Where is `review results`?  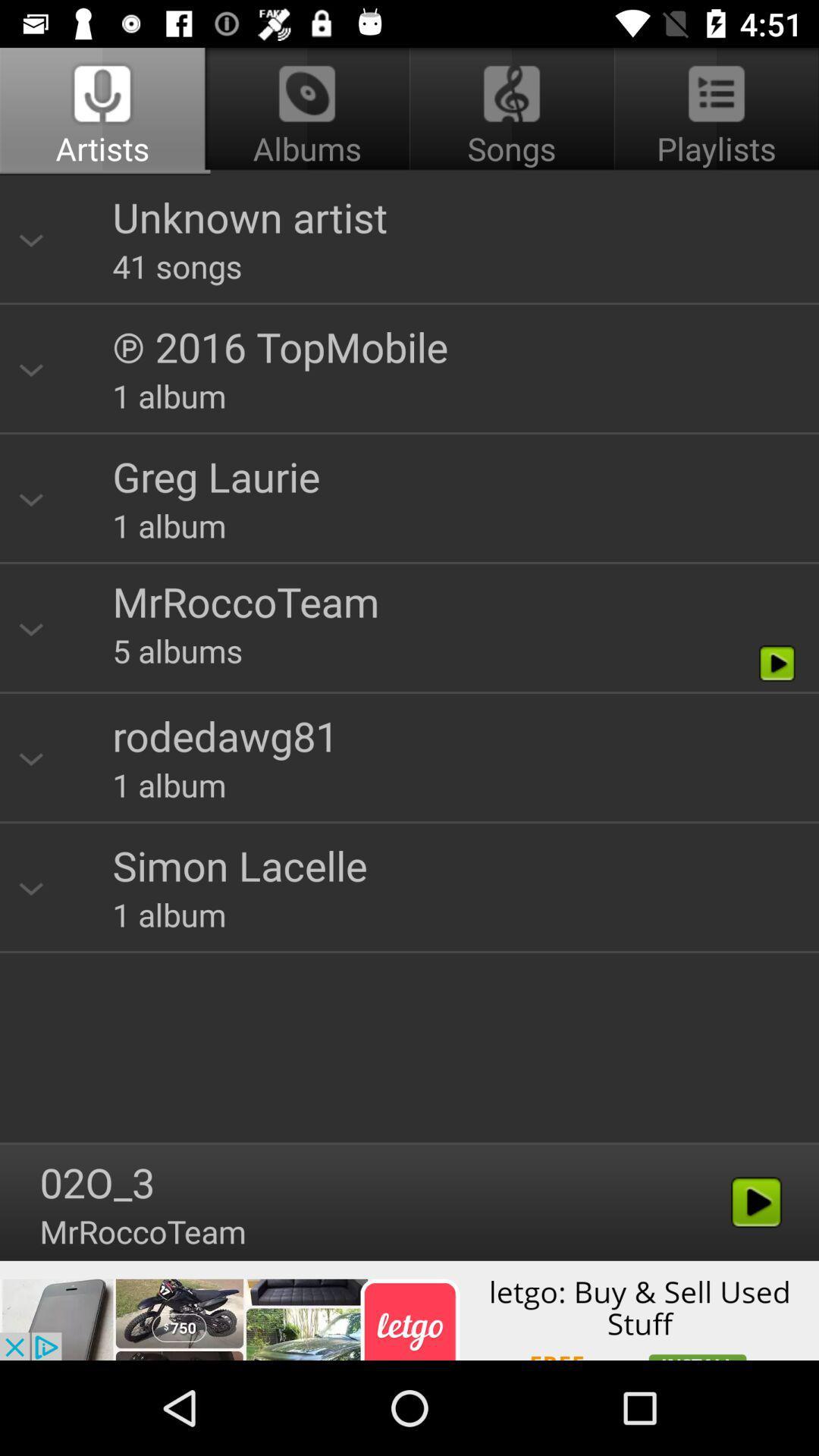
review results is located at coordinates (409, 654).